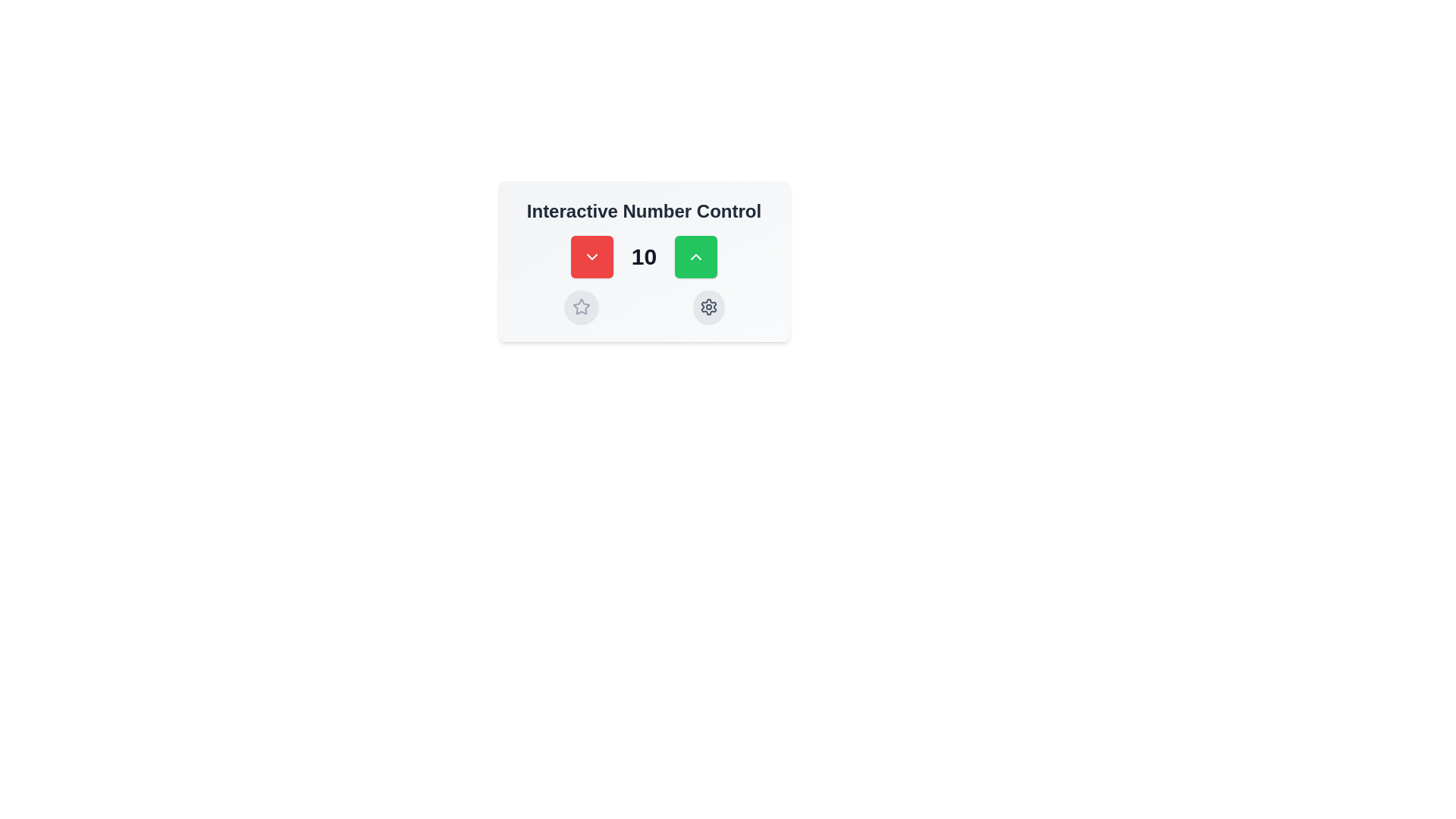 Image resolution: width=1456 pixels, height=819 pixels. I want to click on the green button with an upward-pointing arrow icon located in the 'Interactive Number Control' section, positioned to the right of the number '10', so click(695, 256).